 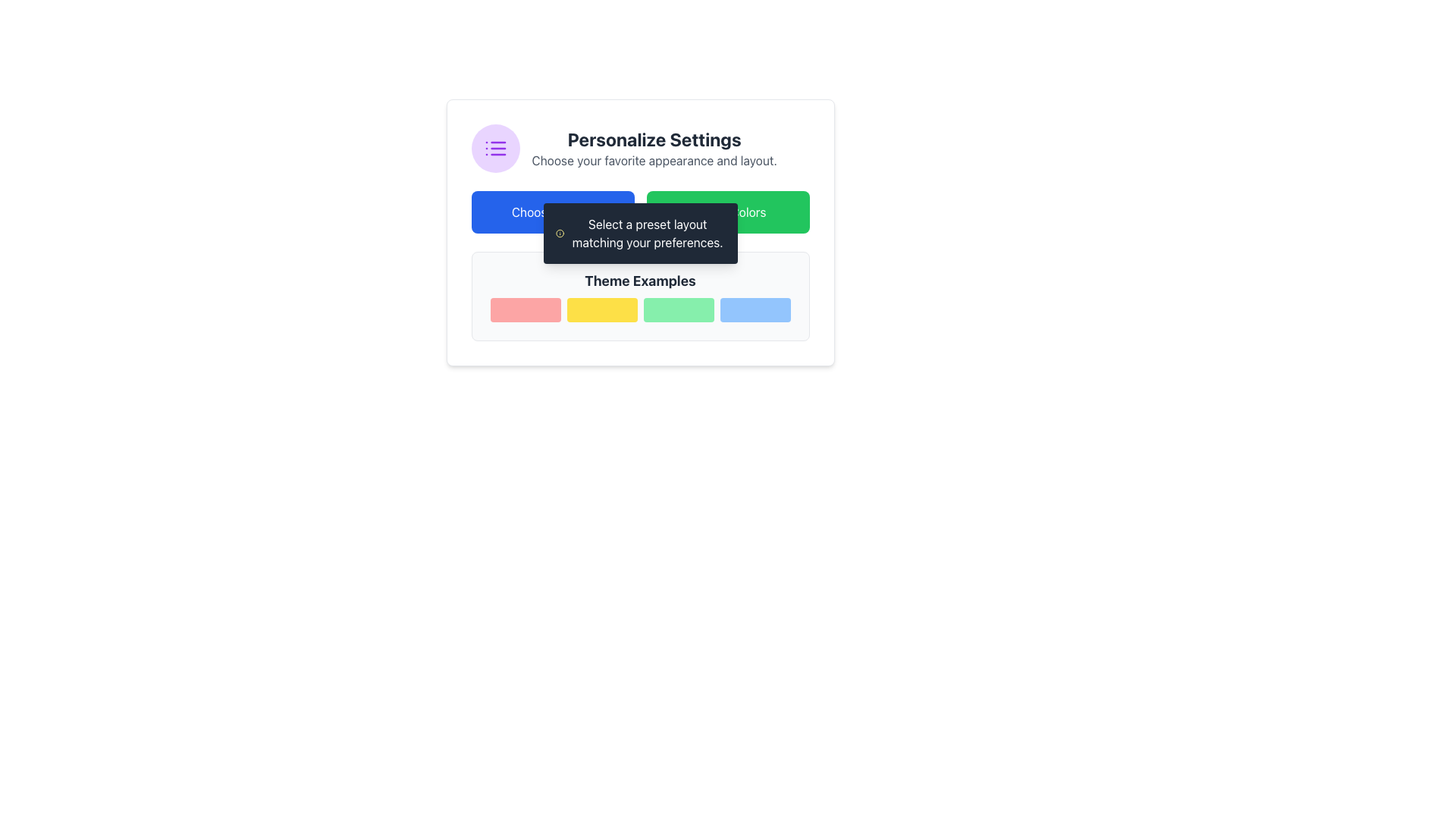 What do you see at coordinates (601, 309) in the screenshot?
I see `the decorative or placeholder element that serves as a selectable theme example in the UI customization section, located in the grid layout under 'Theme Examples'` at bounding box center [601, 309].